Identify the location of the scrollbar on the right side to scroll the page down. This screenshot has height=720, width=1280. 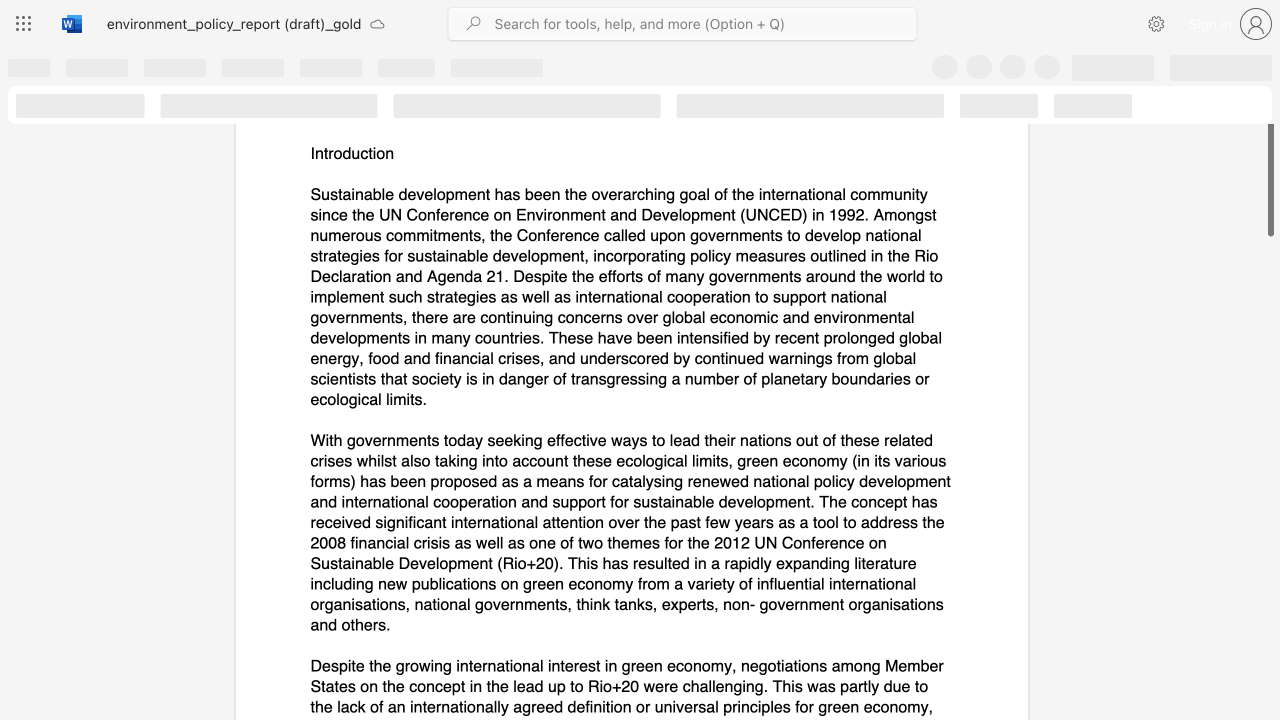
(1269, 688).